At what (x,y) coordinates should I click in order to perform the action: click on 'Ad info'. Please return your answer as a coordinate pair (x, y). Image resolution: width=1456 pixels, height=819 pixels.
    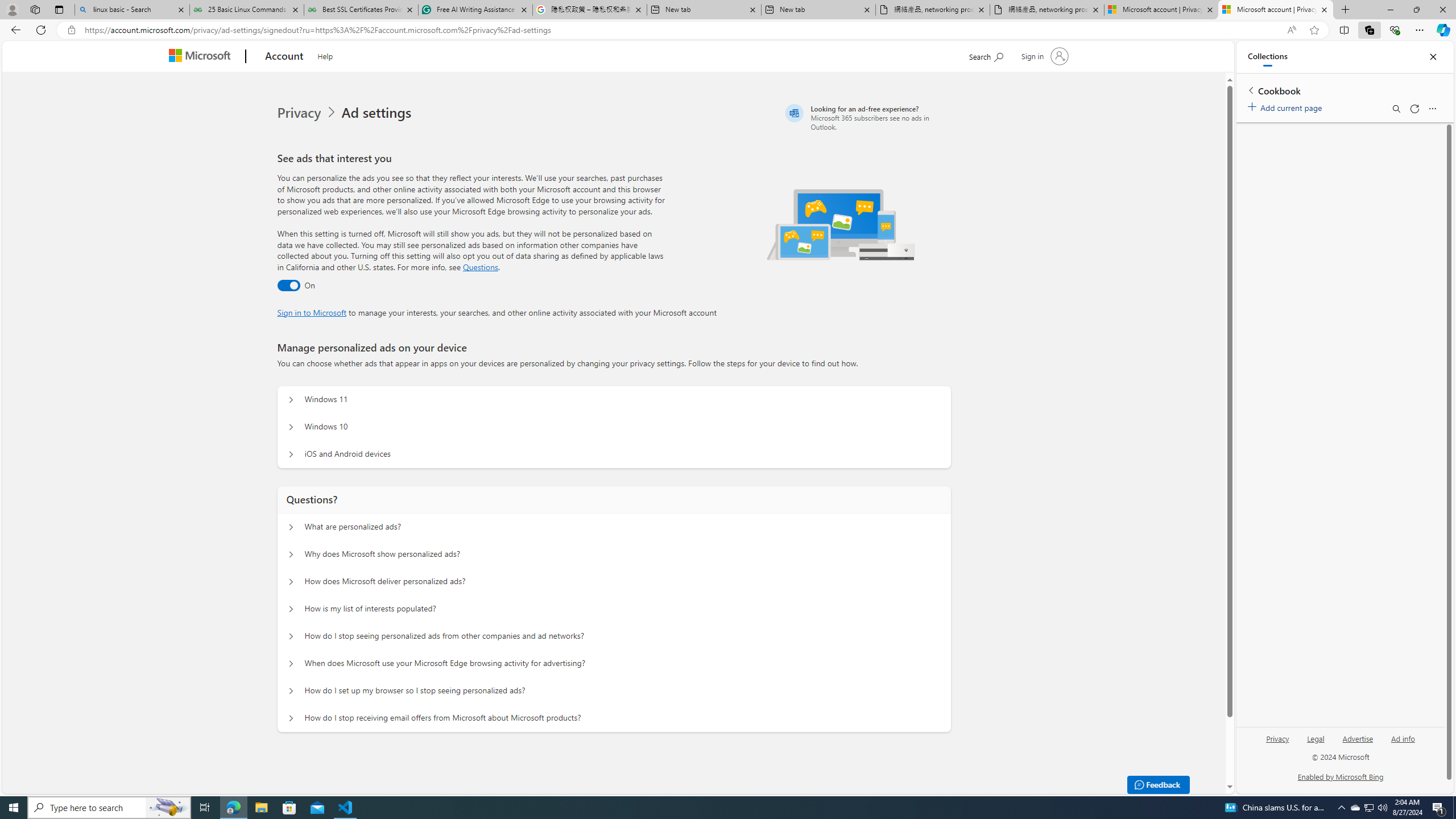
    Looking at the image, I should click on (1403, 738).